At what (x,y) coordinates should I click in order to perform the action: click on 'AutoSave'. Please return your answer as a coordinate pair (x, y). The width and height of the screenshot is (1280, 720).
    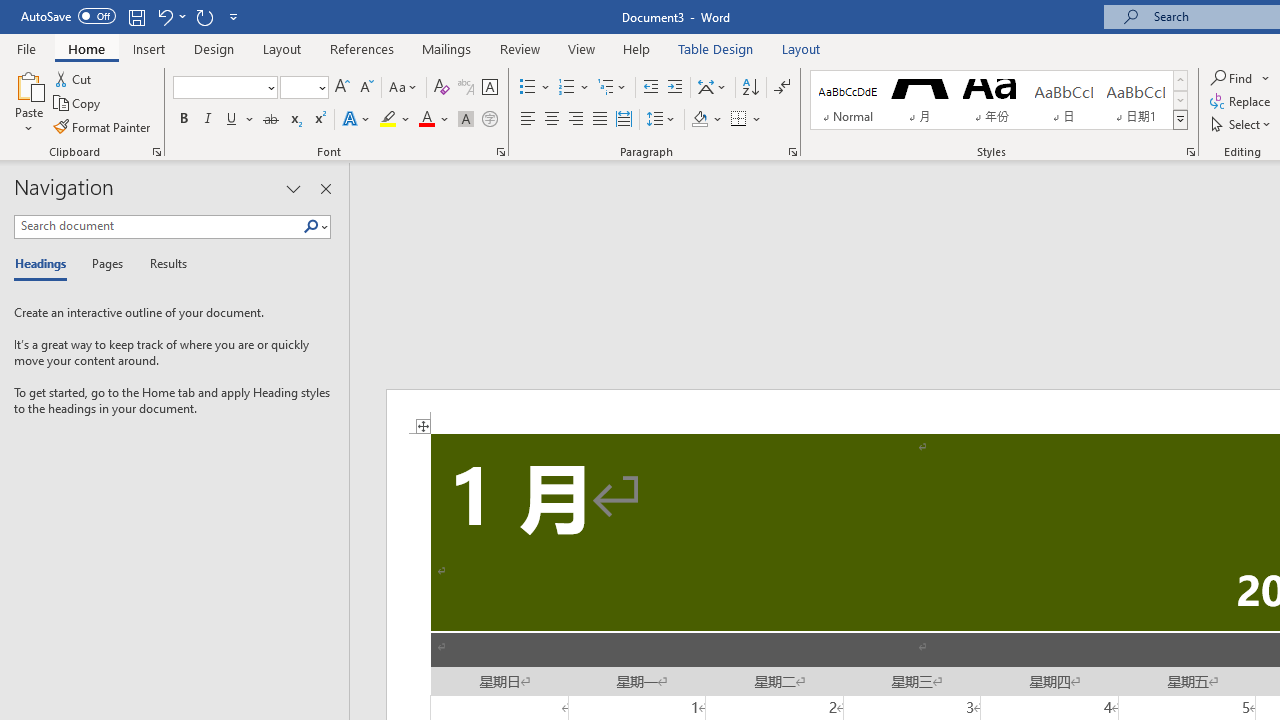
    Looking at the image, I should click on (68, 16).